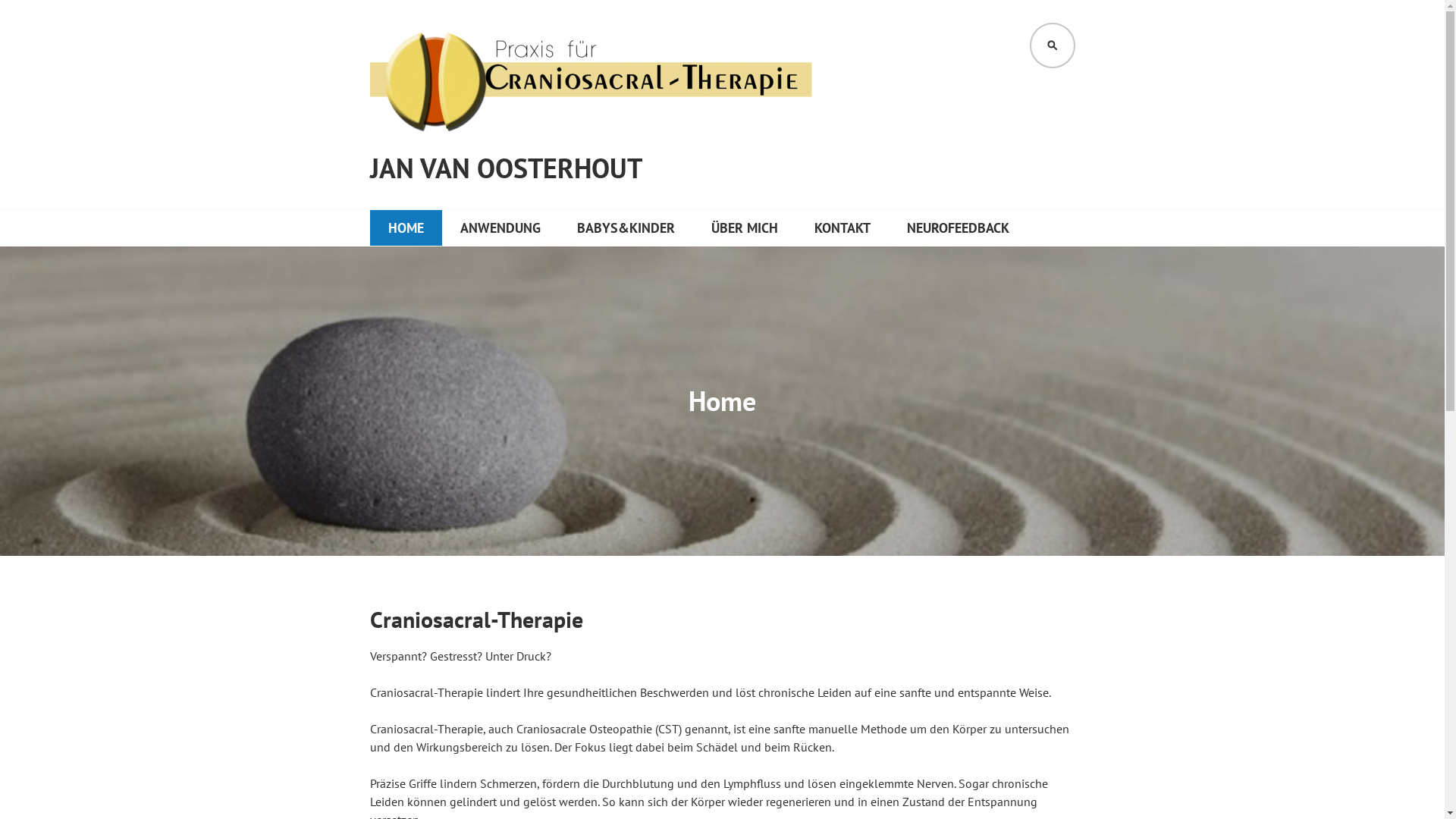 Image resolution: width=1456 pixels, height=819 pixels. I want to click on 'SUCHEN', so click(1051, 45).